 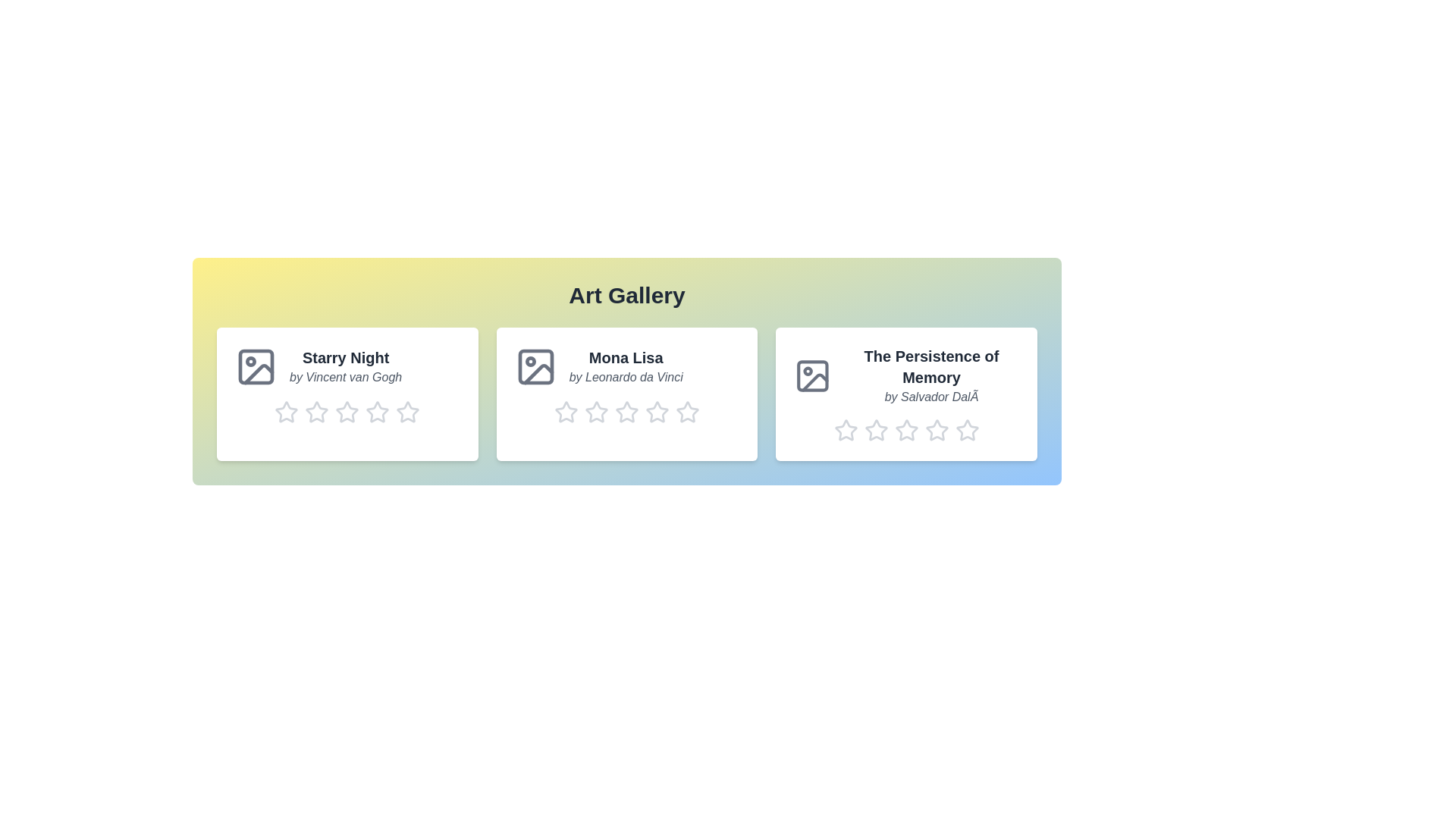 What do you see at coordinates (906, 430) in the screenshot?
I see `the rating for the artwork 'The Persistence of Memory' to 3 stars` at bounding box center [906, 430].